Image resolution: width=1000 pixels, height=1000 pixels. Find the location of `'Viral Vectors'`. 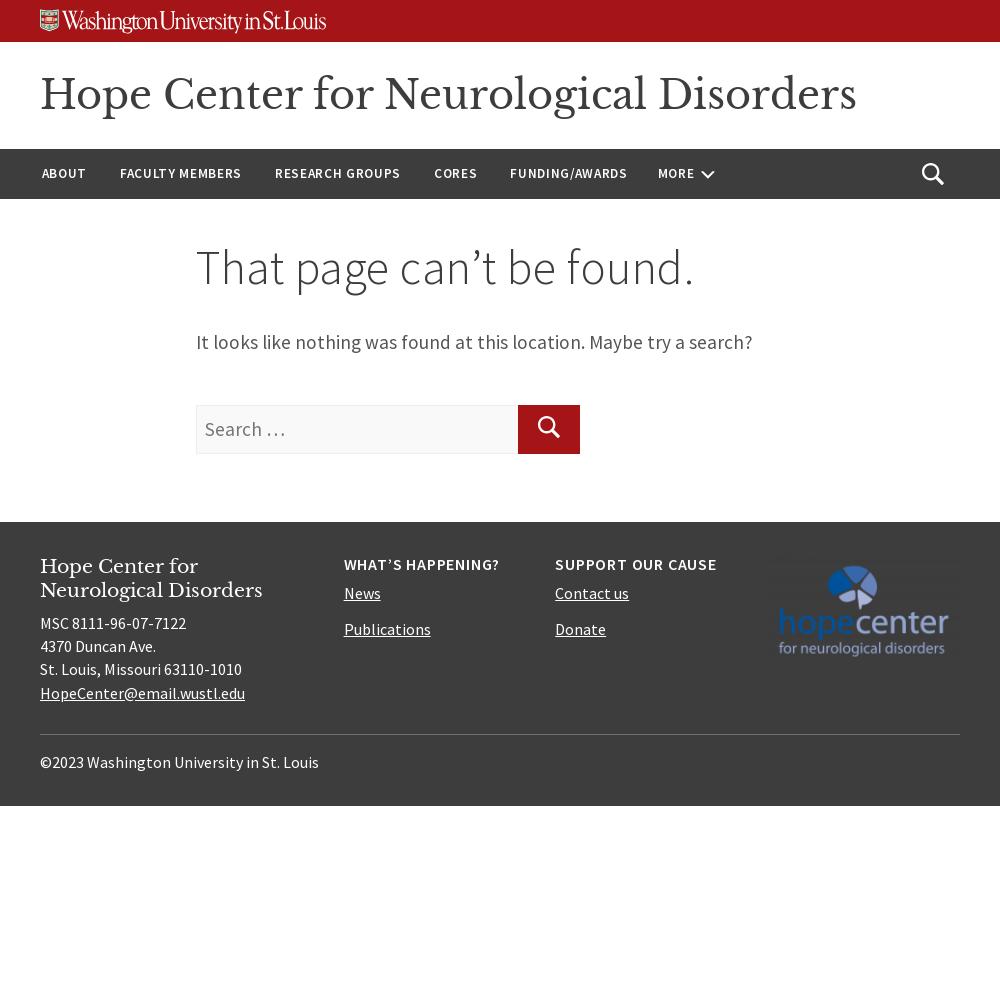

'Viral Vectors' is located at coordinates (481, 377).